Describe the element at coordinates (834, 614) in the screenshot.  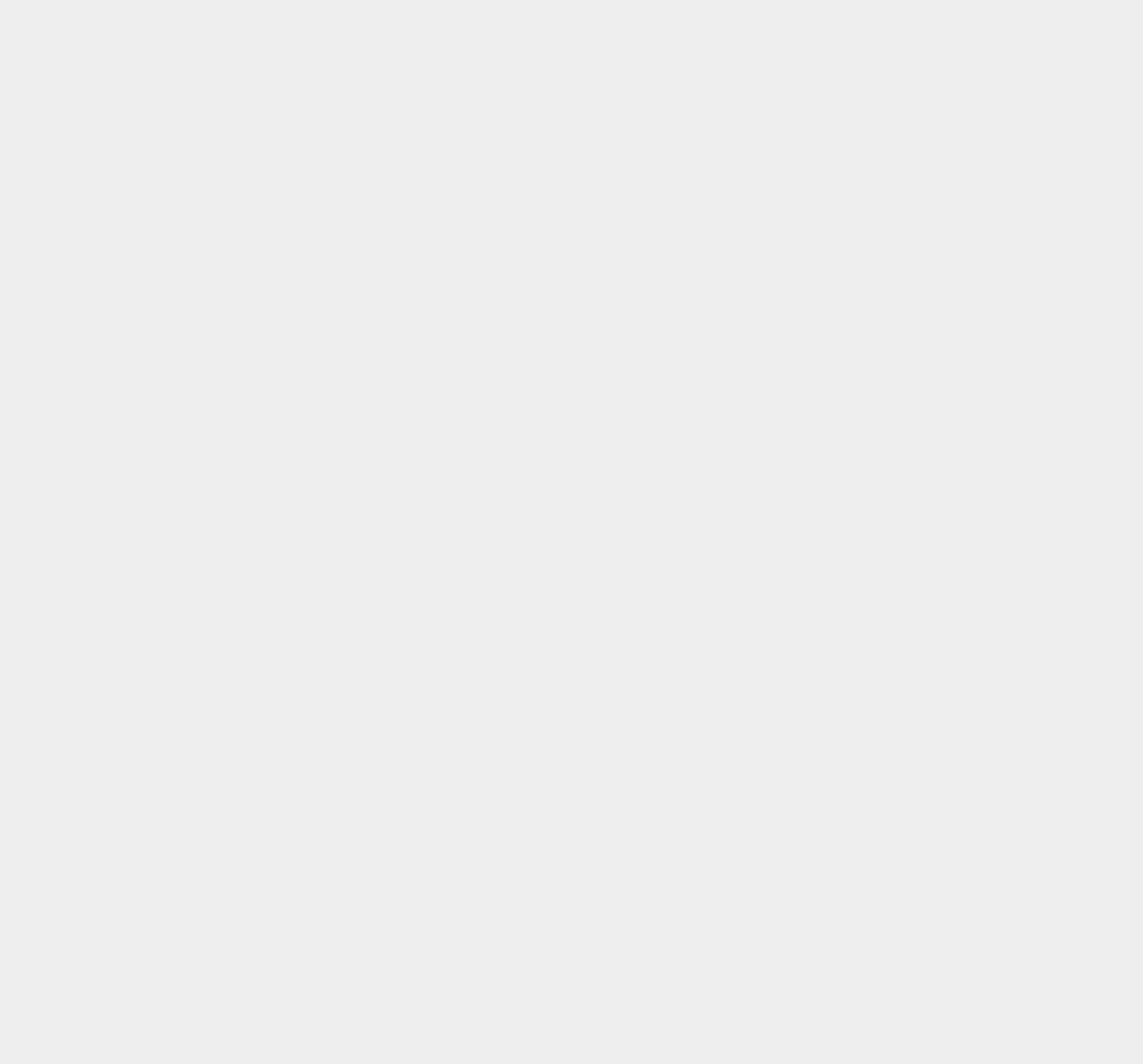
I see `'iOS 7.0.4'` at that location.